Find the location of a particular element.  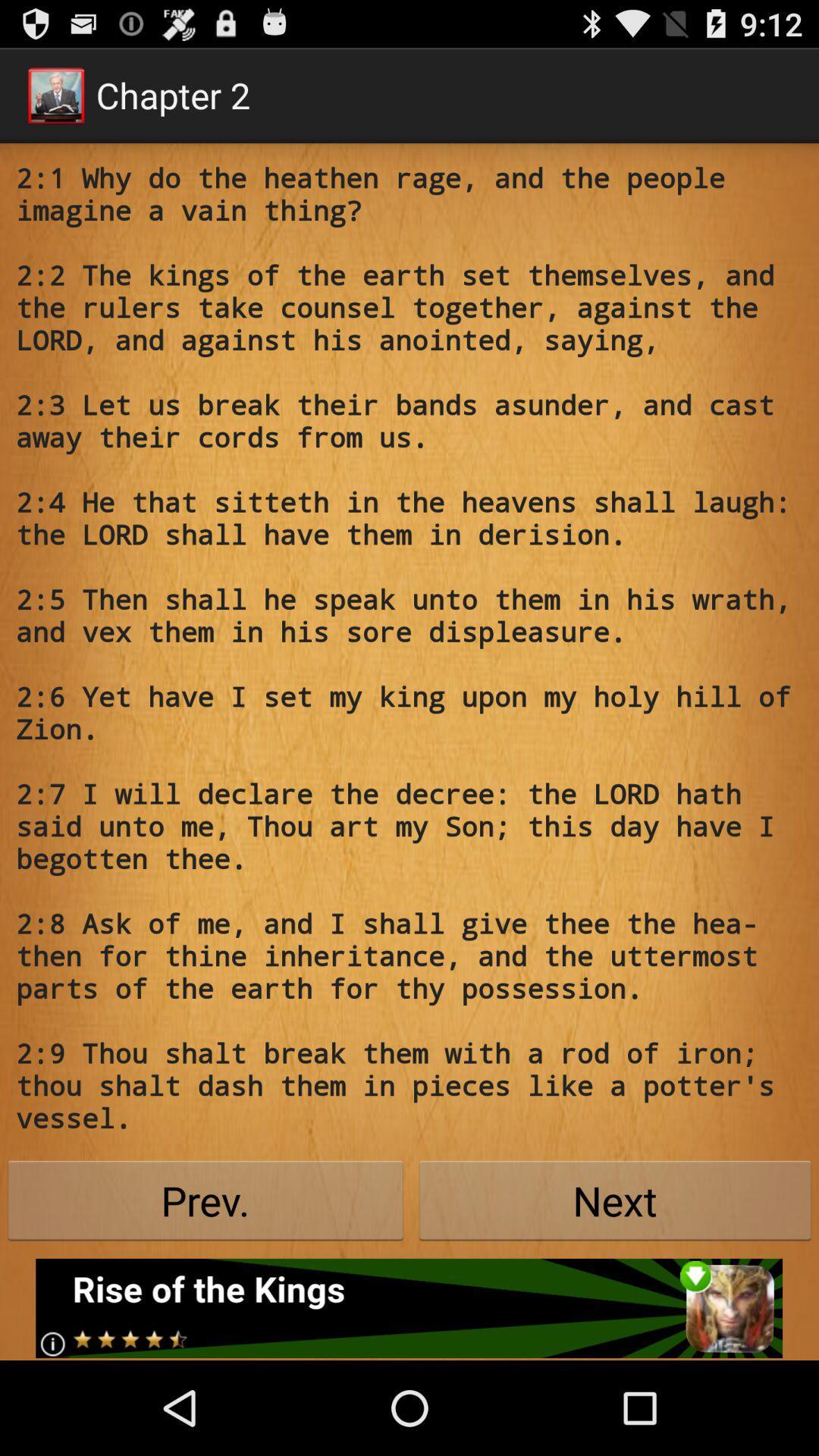

advertismet is located at coordinates (408, 1307).